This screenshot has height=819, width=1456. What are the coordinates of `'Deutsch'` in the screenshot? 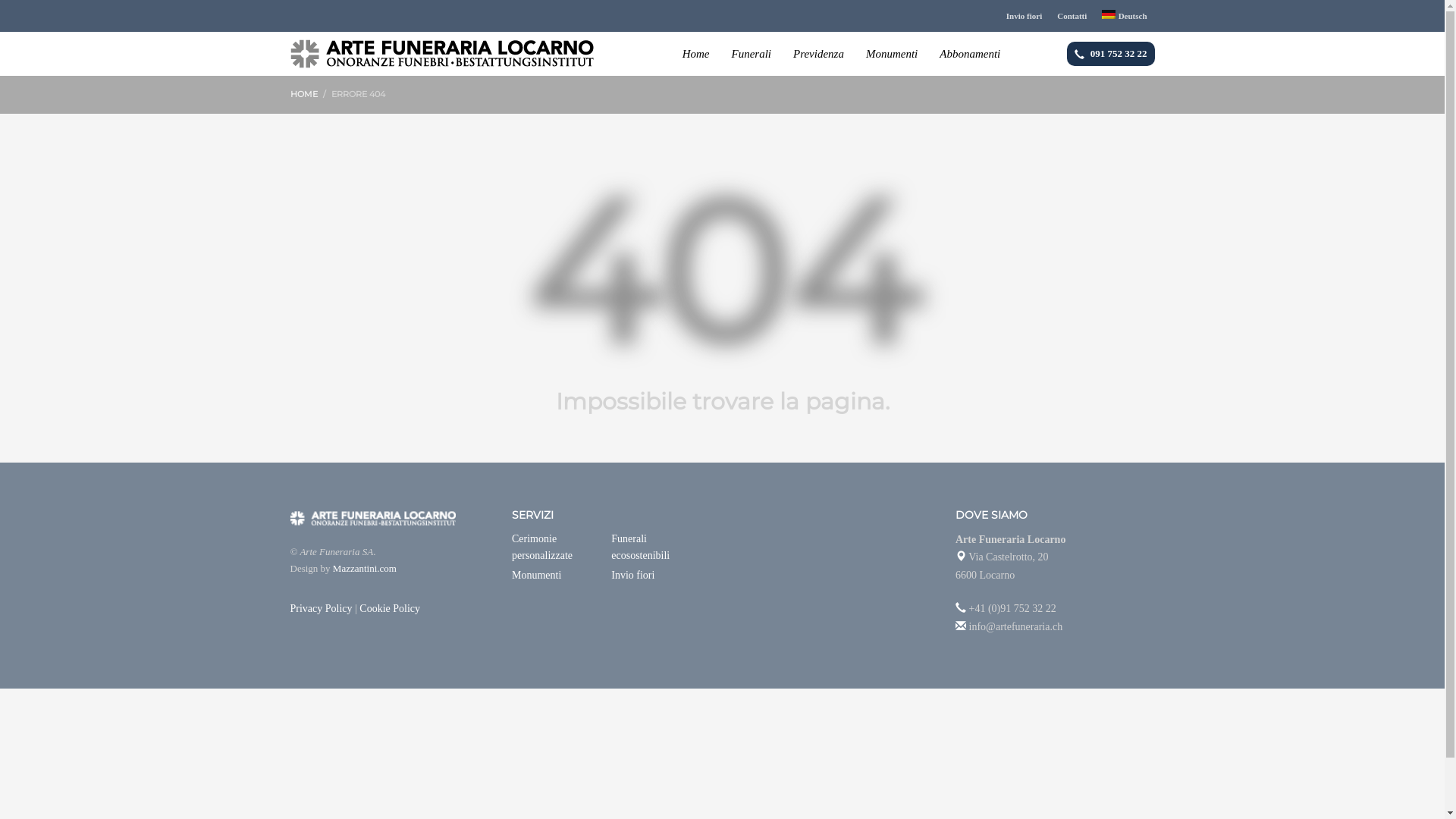 It's located at (1102, 15).